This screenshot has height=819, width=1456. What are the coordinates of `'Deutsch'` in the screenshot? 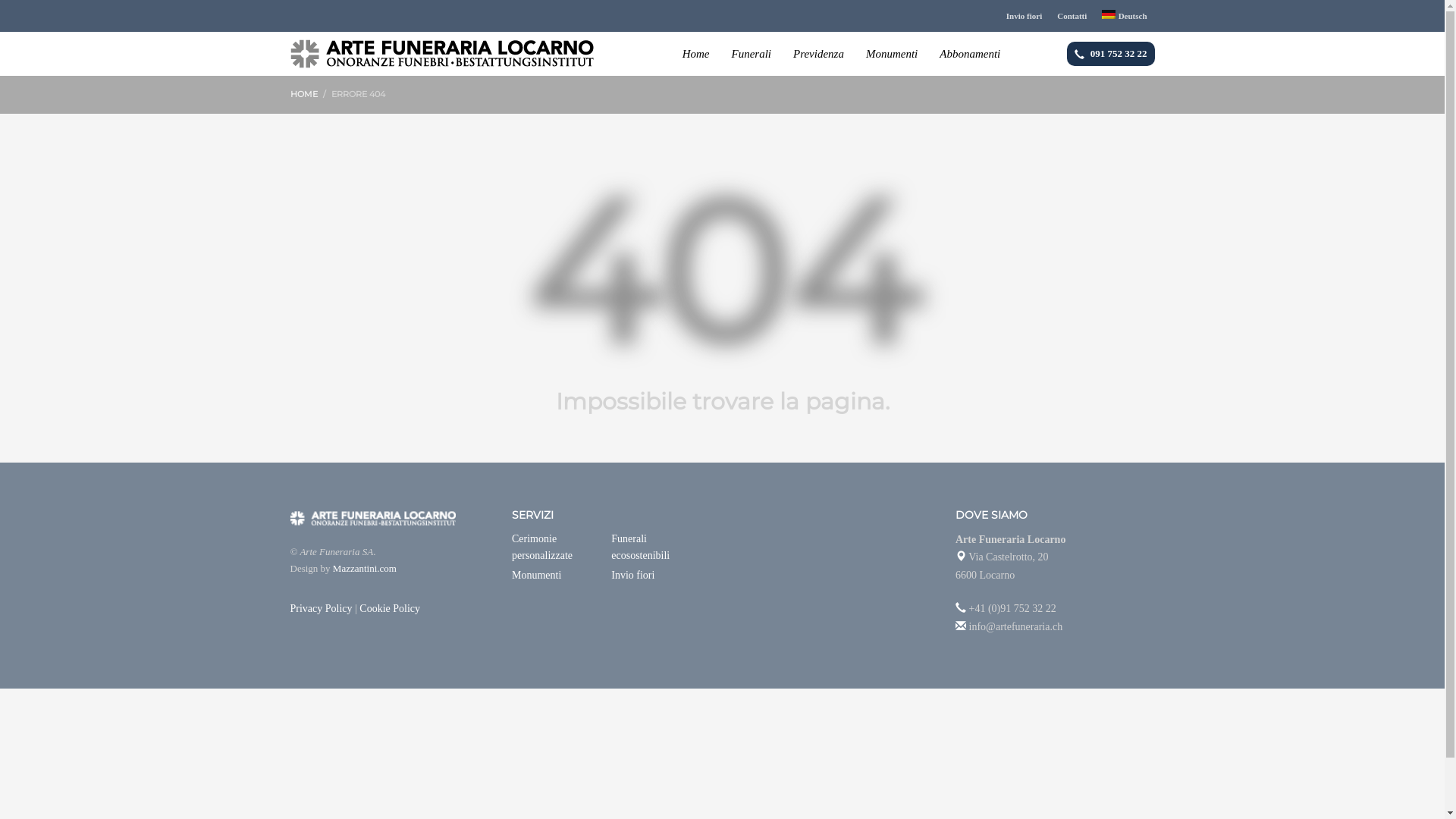 It's located at (1102, 15).